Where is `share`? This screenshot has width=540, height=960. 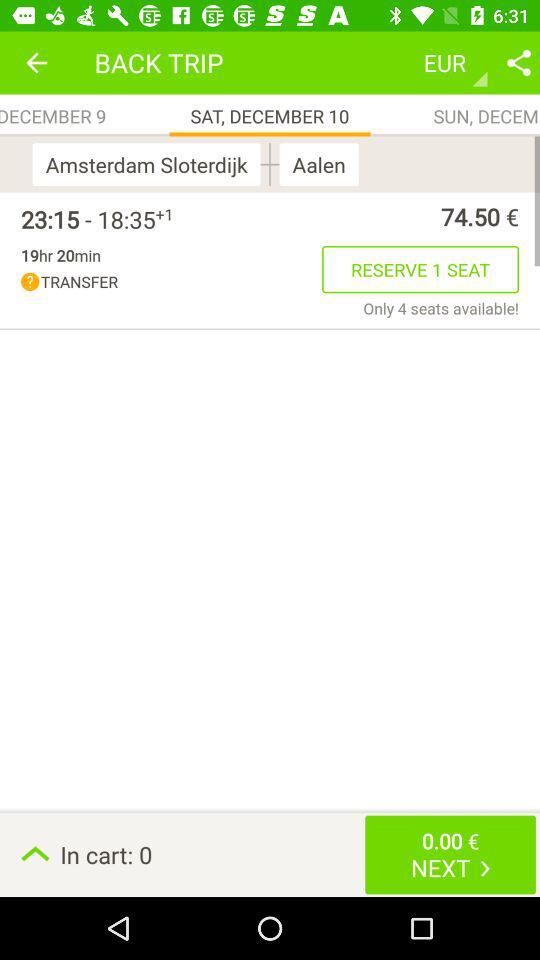
share is located at coordinates (518, 62).